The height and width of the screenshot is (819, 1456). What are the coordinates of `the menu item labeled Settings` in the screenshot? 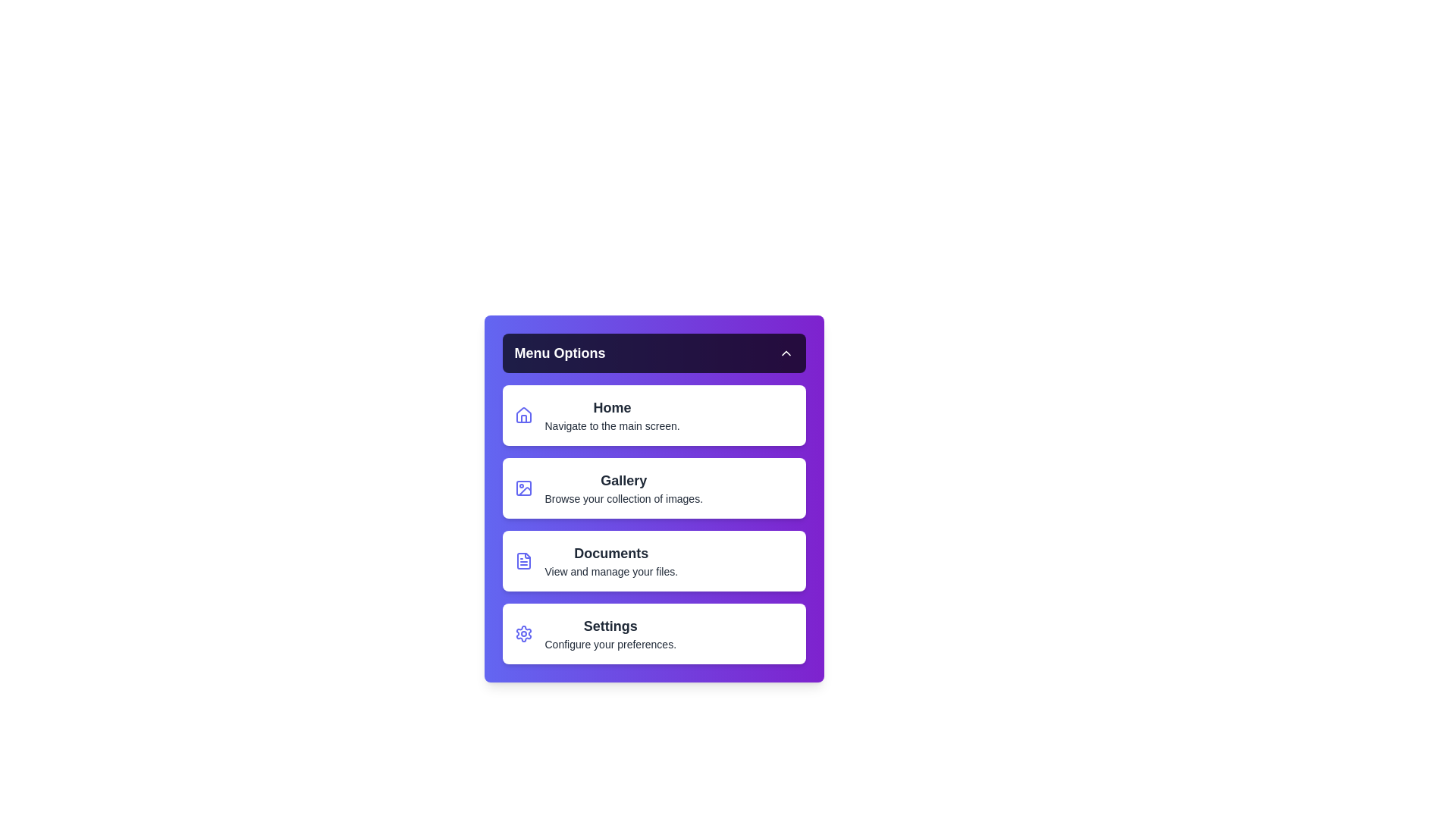 It's located at (654, 634).